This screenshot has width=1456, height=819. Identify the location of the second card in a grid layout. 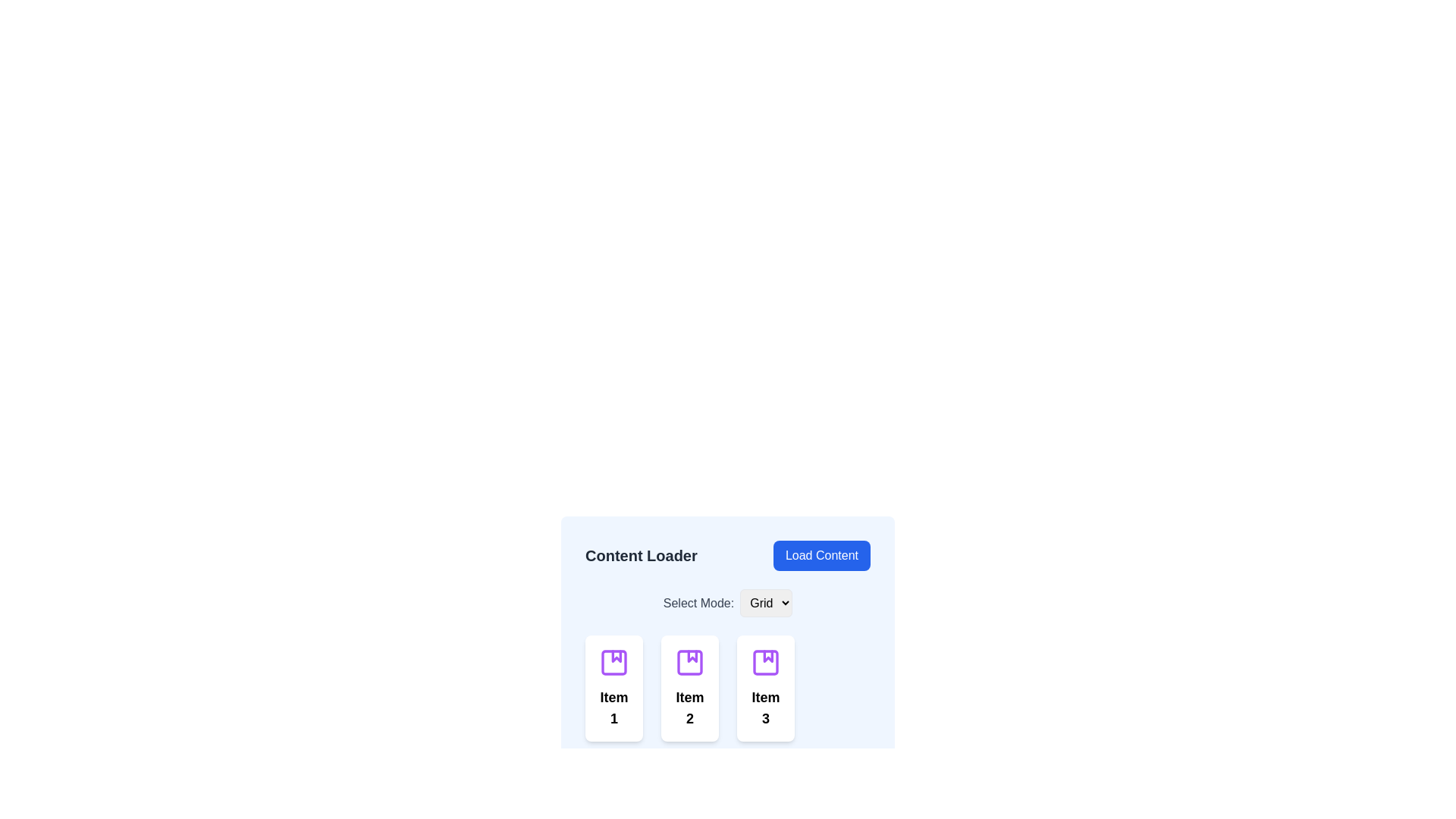
(689, 688).